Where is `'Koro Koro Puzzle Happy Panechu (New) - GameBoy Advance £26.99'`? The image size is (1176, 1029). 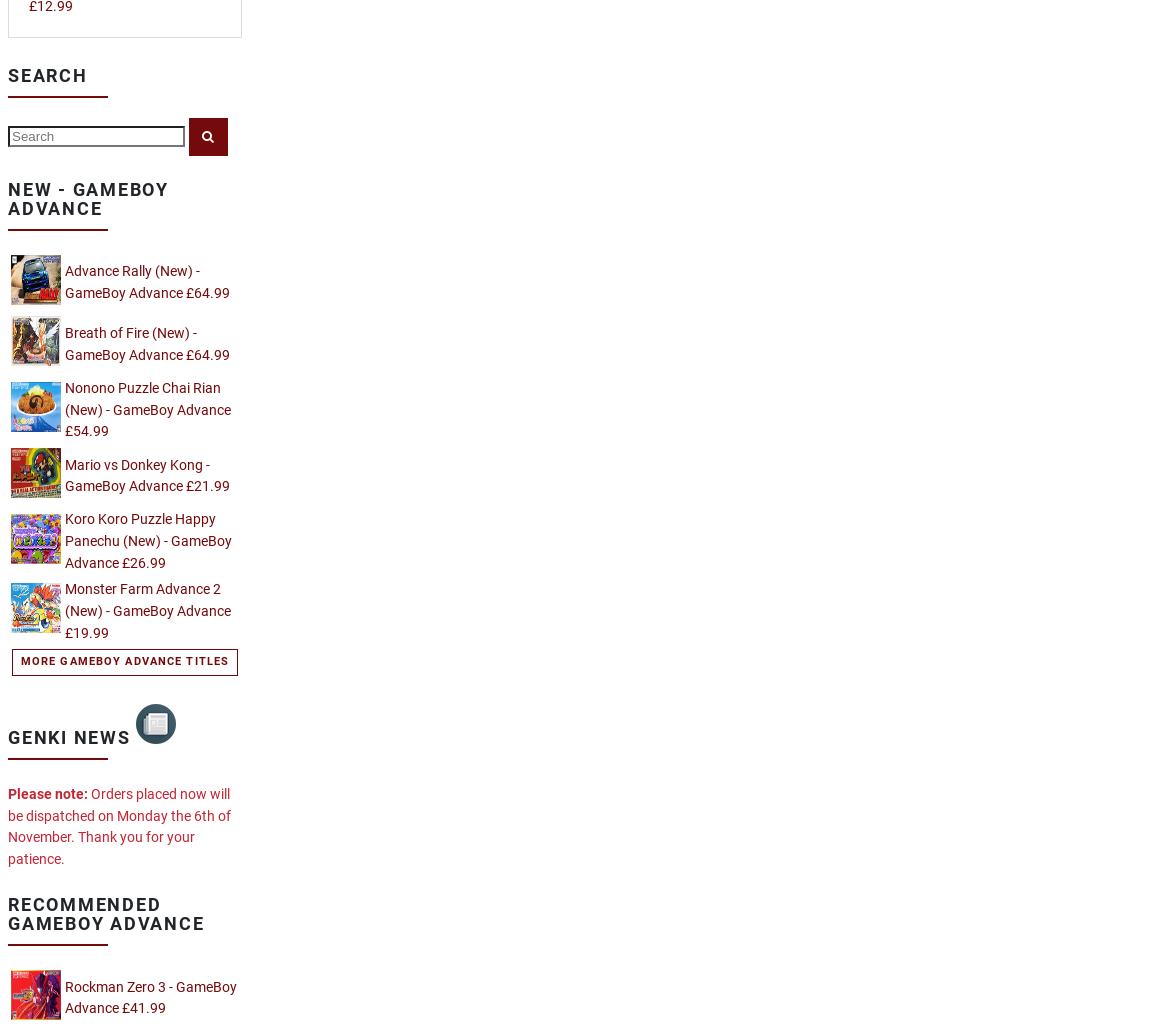 'Koro Koro Puzzle Happy Panechu (New) - GameBoy Advance £26.99' is located at coordinates (148, 540).